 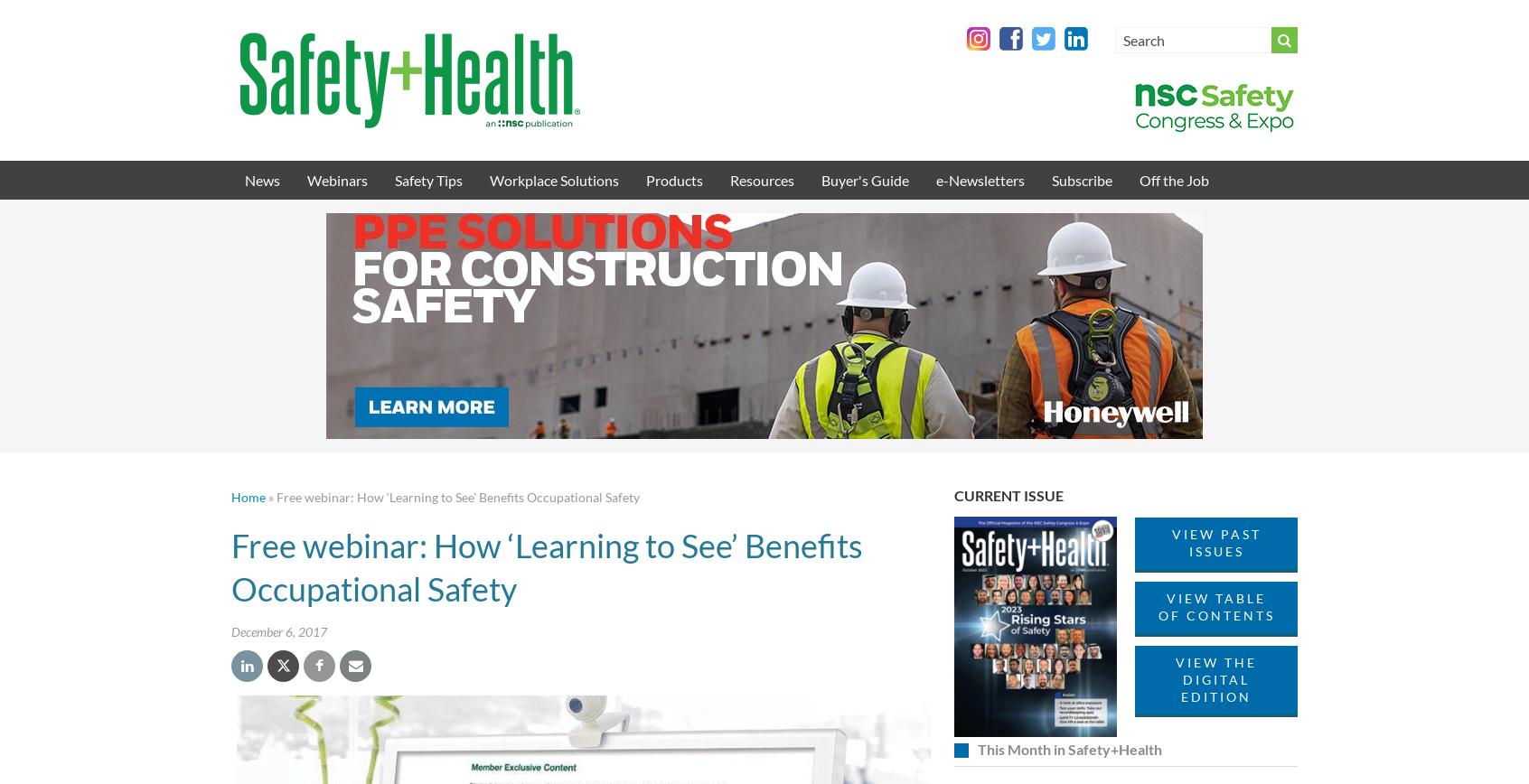 What do you see at coordinates (673, 180) in the screenshot?
I see `'Products'` at bounding box center [673, 180].